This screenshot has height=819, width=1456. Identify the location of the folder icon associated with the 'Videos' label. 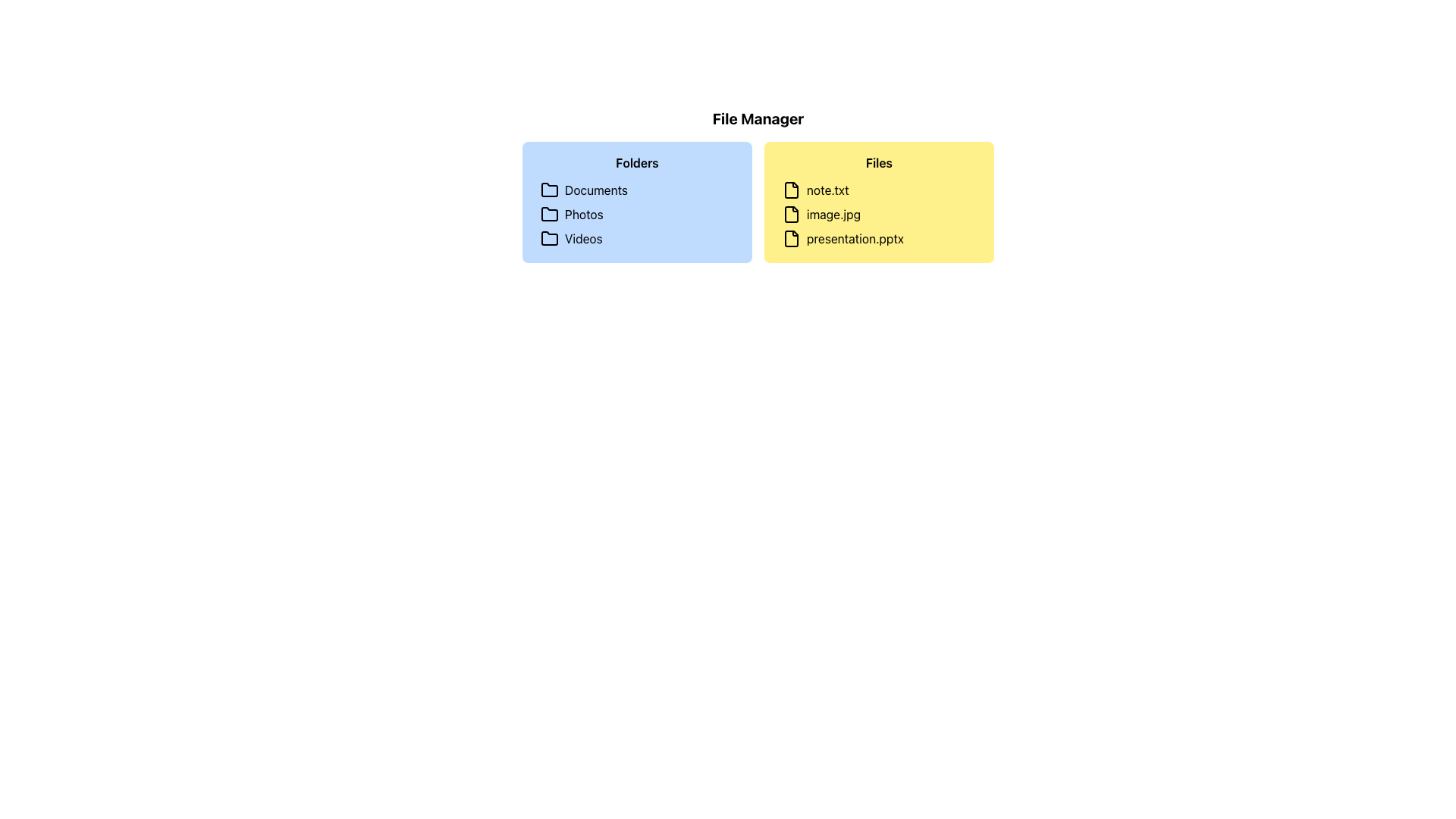
(548, 239).